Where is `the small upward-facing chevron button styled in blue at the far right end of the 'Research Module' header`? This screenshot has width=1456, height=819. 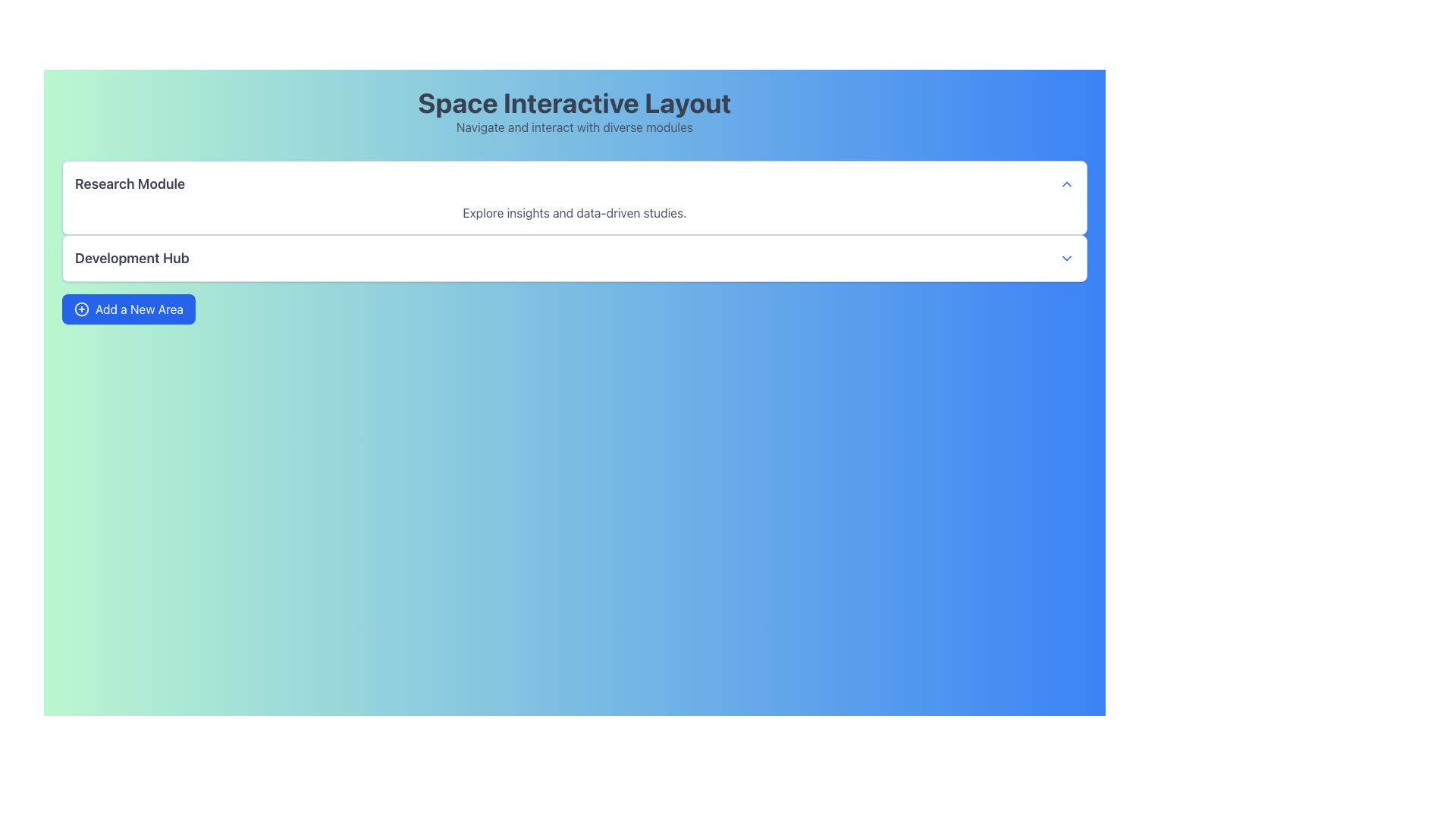
the small upward-facing chevron button styled in blue at the far right end of the 'Research Module' header is located at coordinates (1065, 184).